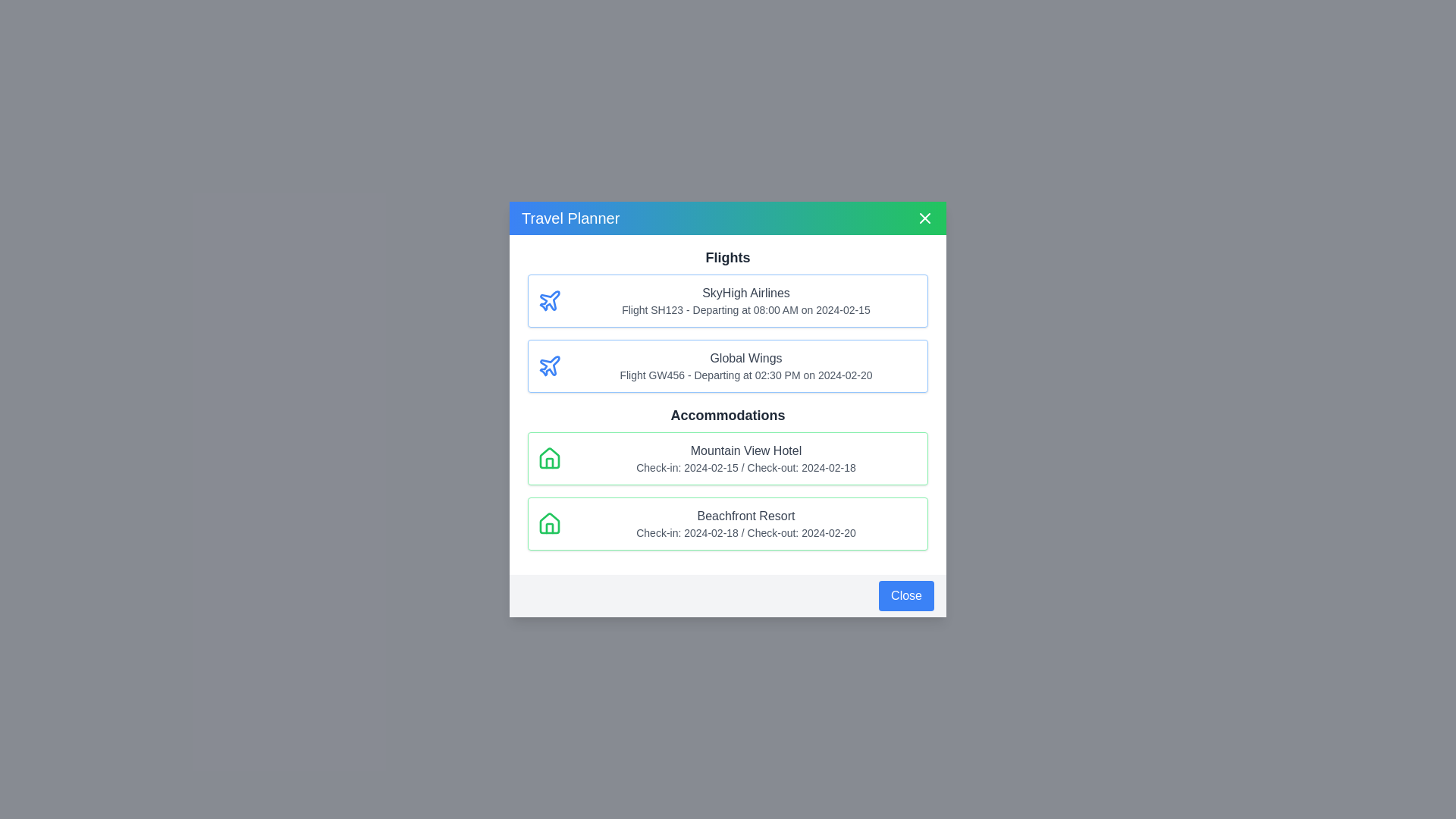  Describe the element at coordinates (745, 301) in the screenshot. I see `the text display element containing the airline name 'SkyHigh Airlines' and flight information, which is the first item in the 'Flights' list` at that location.